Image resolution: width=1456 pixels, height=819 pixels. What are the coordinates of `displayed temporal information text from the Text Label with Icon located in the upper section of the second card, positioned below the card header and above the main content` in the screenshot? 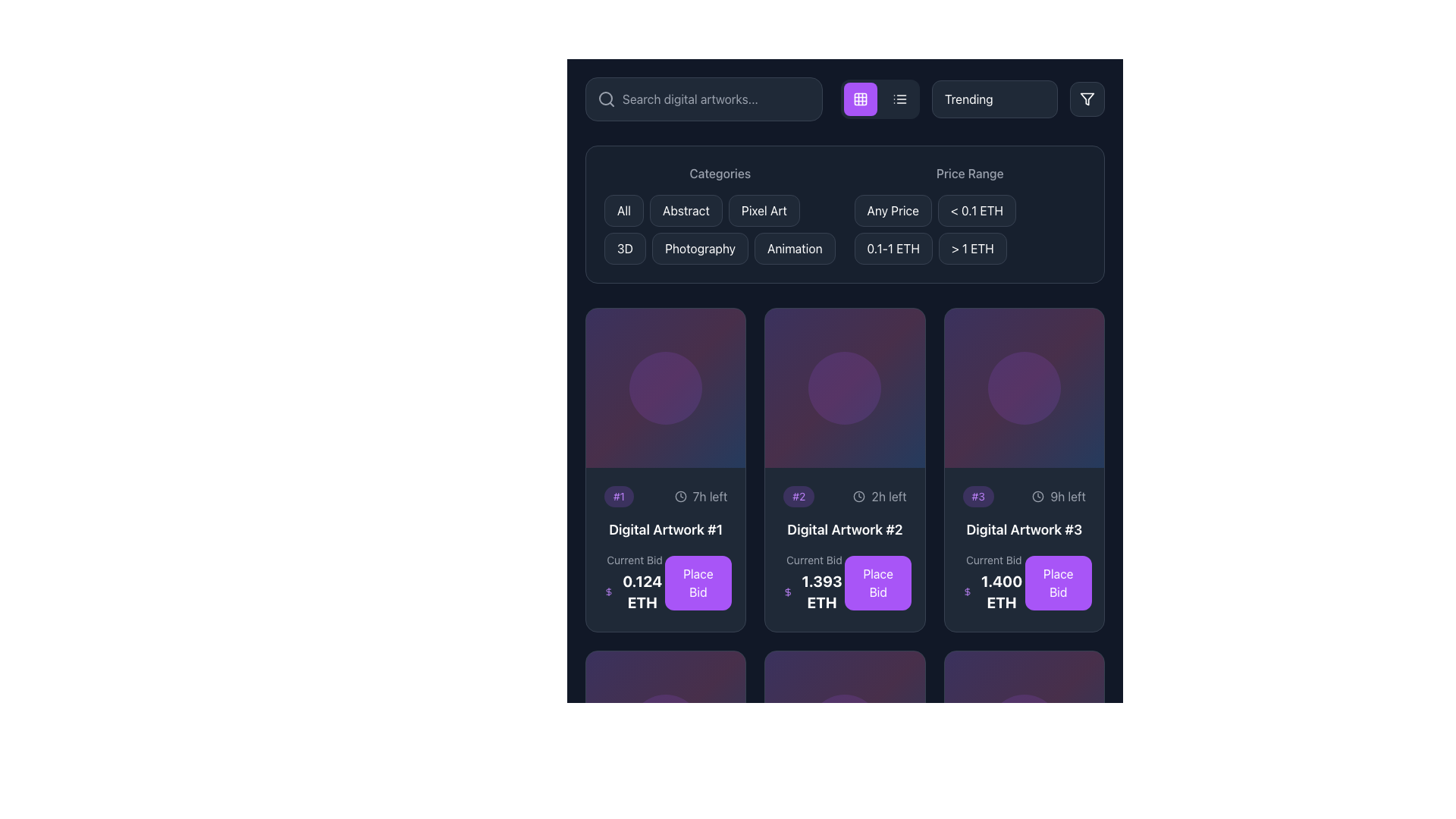 It's located at (880, 497).